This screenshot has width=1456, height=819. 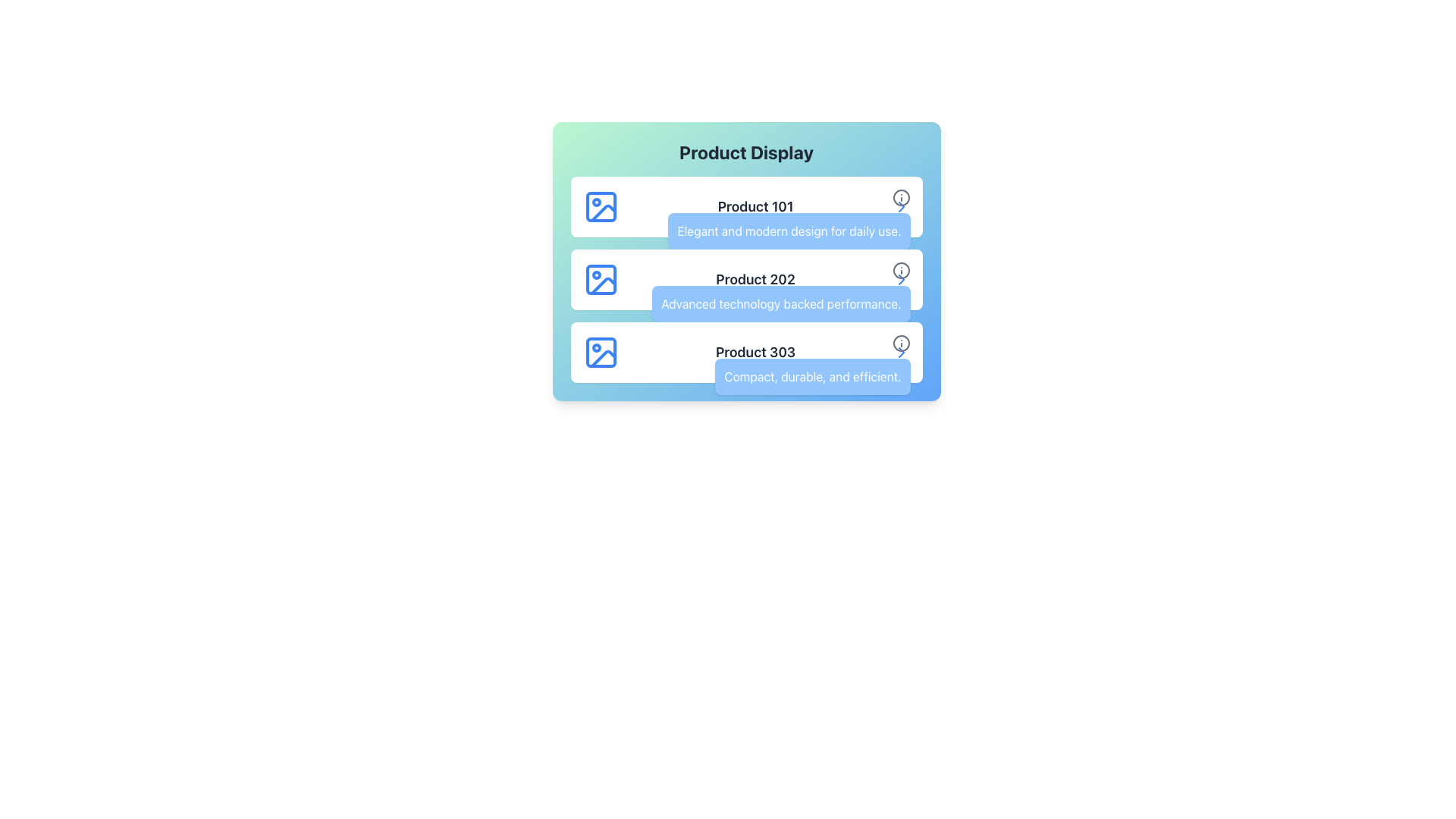 I want to click on the gray circular icon with an outlined 'i' in the center located at the top-right corner of the 'Product 303' box, so click(x=901, y=343).